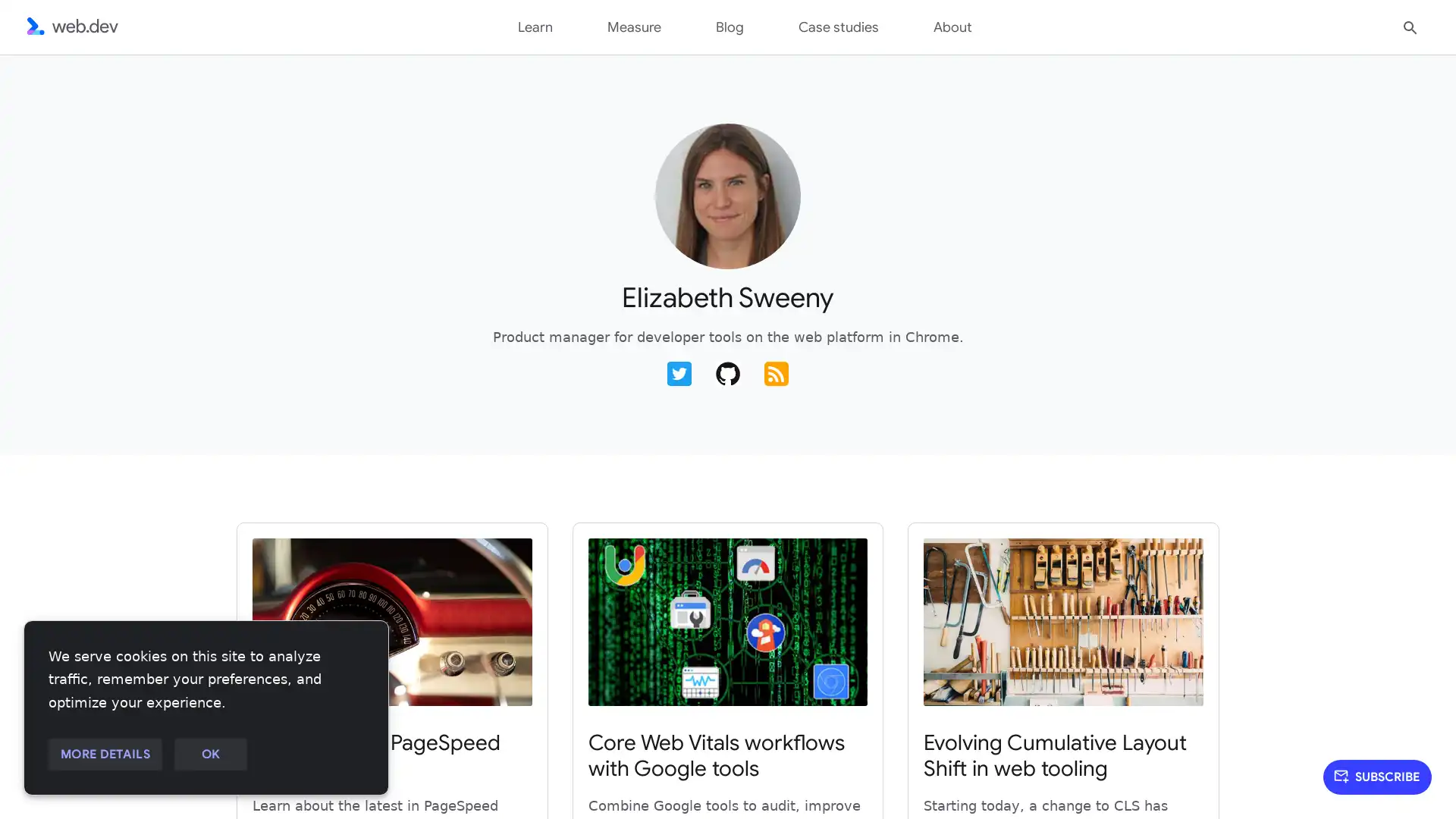  Describe the element at coordinates (1410, 26) in the screenshot. I see `Open search` at that location.